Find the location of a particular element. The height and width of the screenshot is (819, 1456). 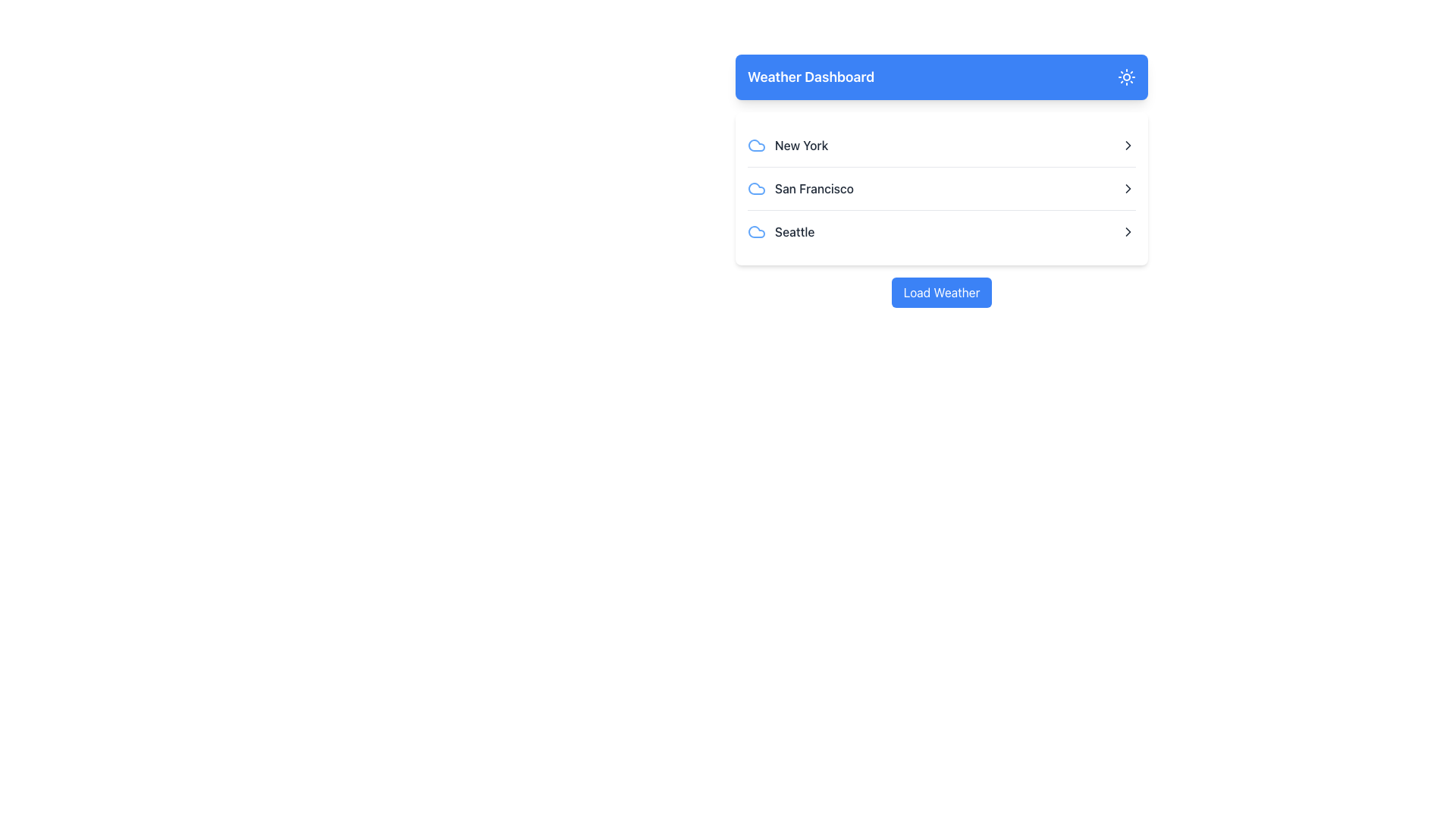

the second item 'San Francisco' in the list, which contains a blue cloud icon on the left and a gray chevron icon on the right is located at coordinates (941, 188).